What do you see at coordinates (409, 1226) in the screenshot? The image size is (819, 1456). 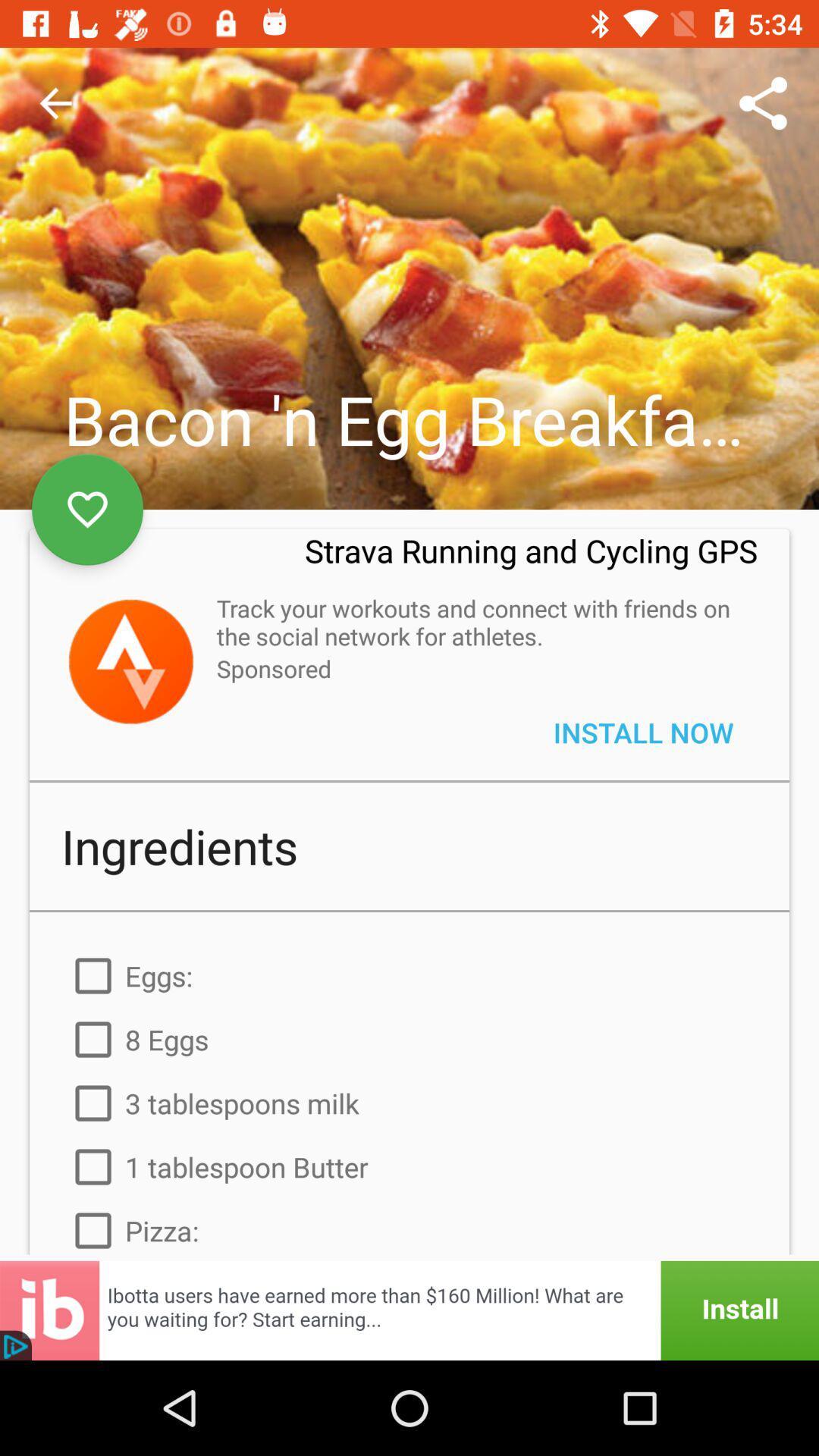 I see `item below the 1 tablespoon butter` at bounding box center [409, 1226].